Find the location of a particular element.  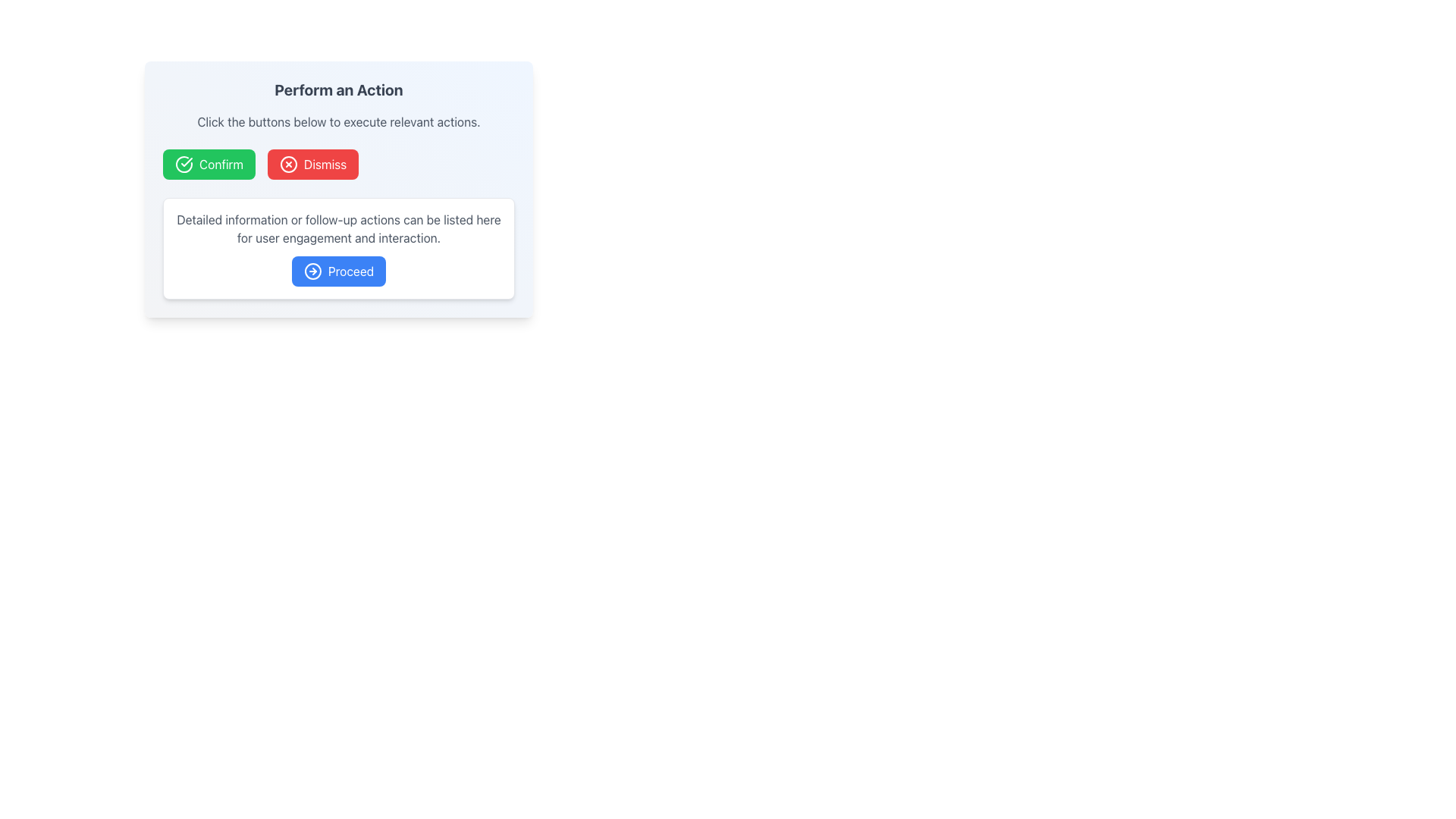

the blue circular graphic with a thick border located centrally within the composite icon in the lower-right section of the card-like interface is located at coordinates (312, 271).